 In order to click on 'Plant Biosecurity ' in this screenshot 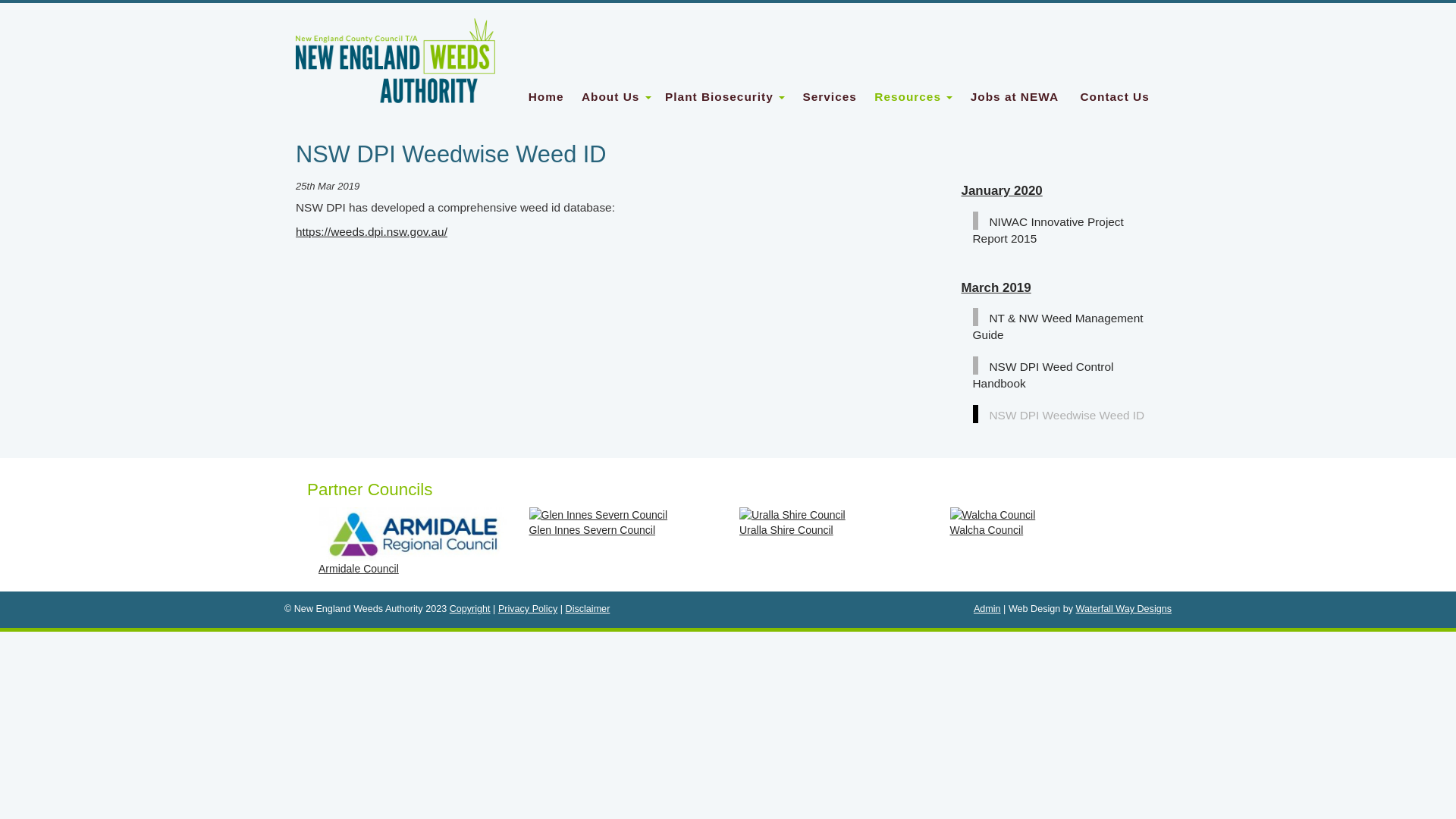, I will do `click(723, 96)`.